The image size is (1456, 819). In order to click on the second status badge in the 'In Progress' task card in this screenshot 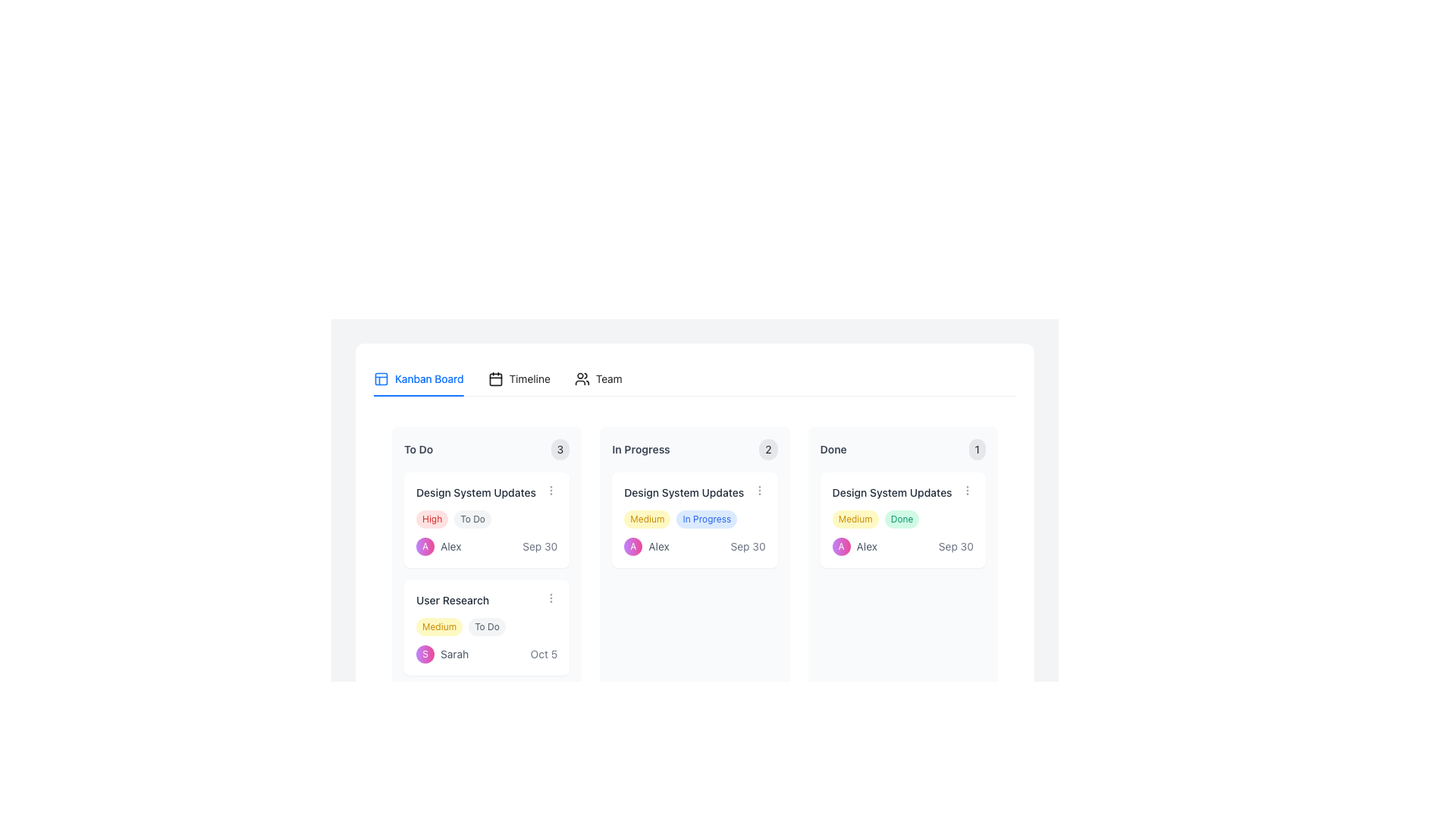, I will do `click(706, 519)`.